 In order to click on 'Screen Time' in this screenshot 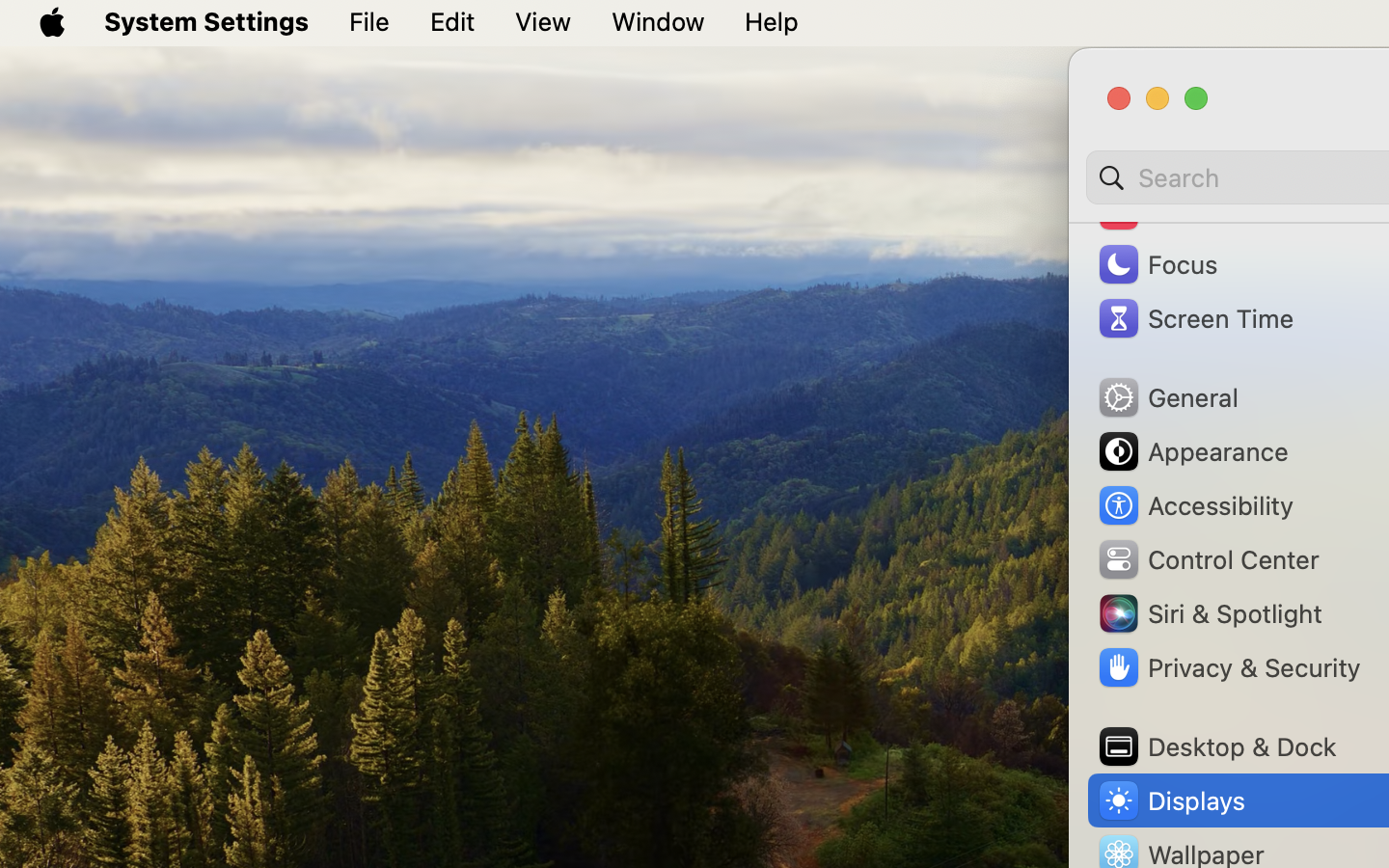, I will do `click(1193, 317)`.